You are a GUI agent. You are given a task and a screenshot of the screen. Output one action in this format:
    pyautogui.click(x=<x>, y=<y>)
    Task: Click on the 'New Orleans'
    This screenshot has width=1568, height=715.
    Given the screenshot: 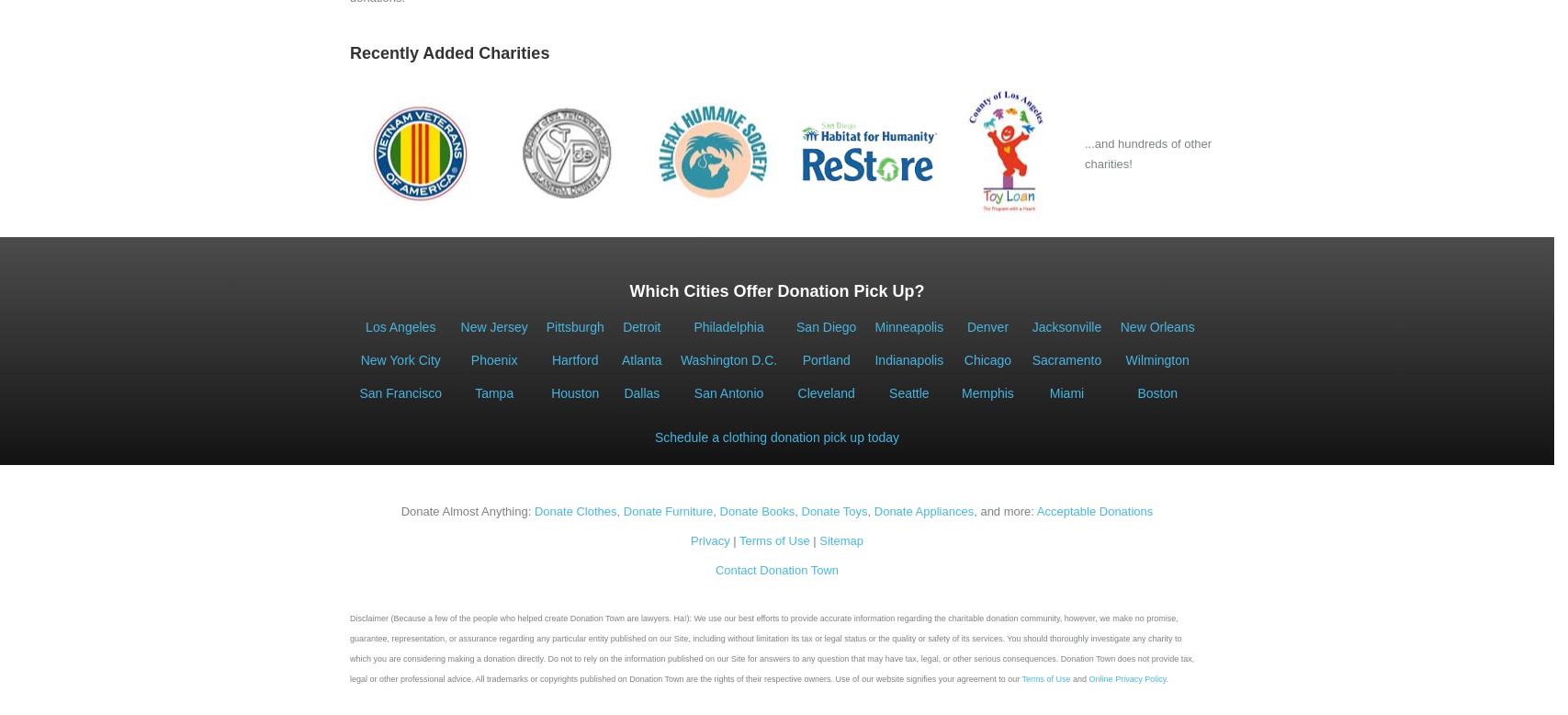 What is the action you would take?
    pyautogui.click(x=1156, y=326)
    